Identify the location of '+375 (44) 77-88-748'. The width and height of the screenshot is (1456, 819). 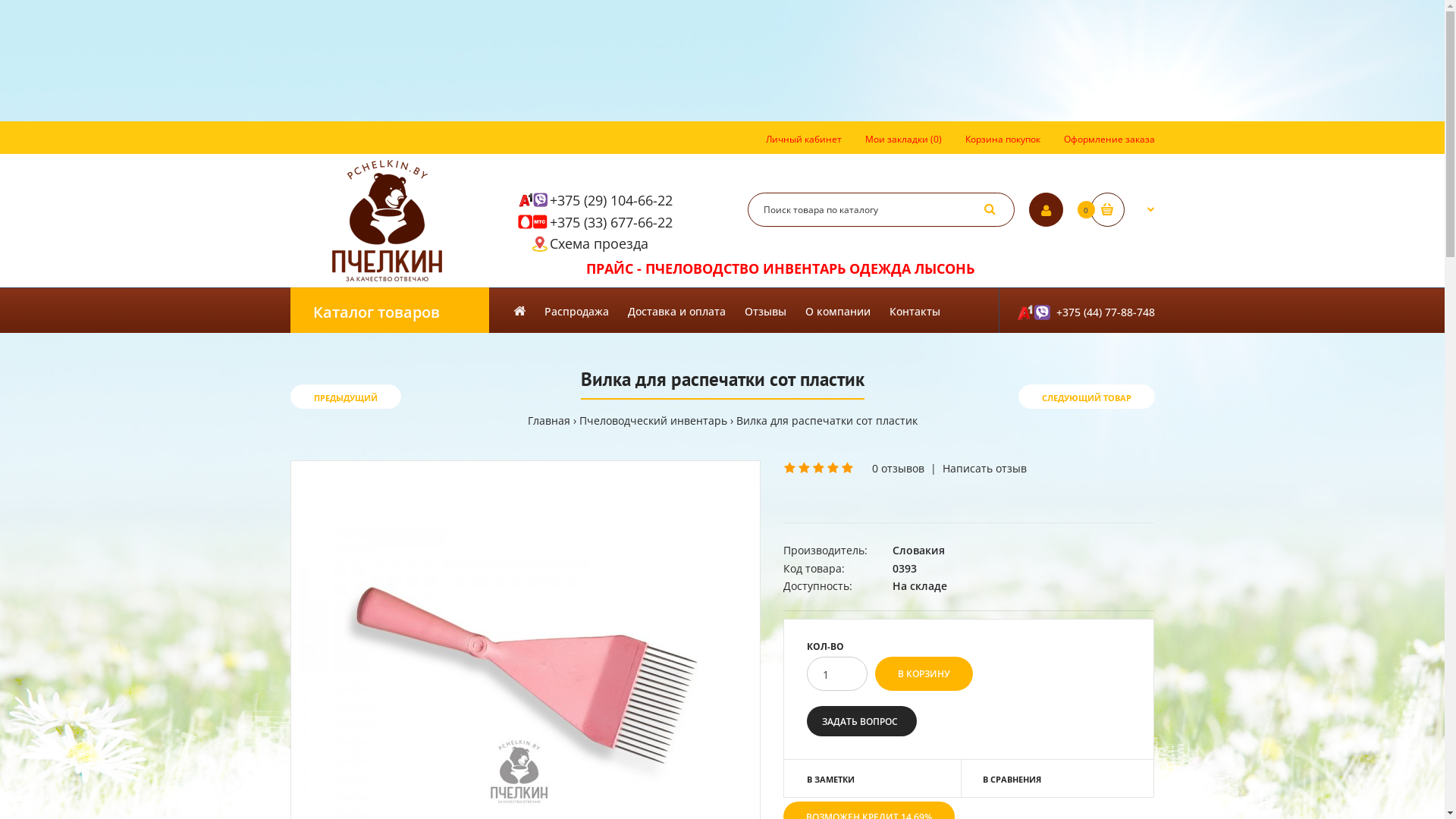
(1075, 309).